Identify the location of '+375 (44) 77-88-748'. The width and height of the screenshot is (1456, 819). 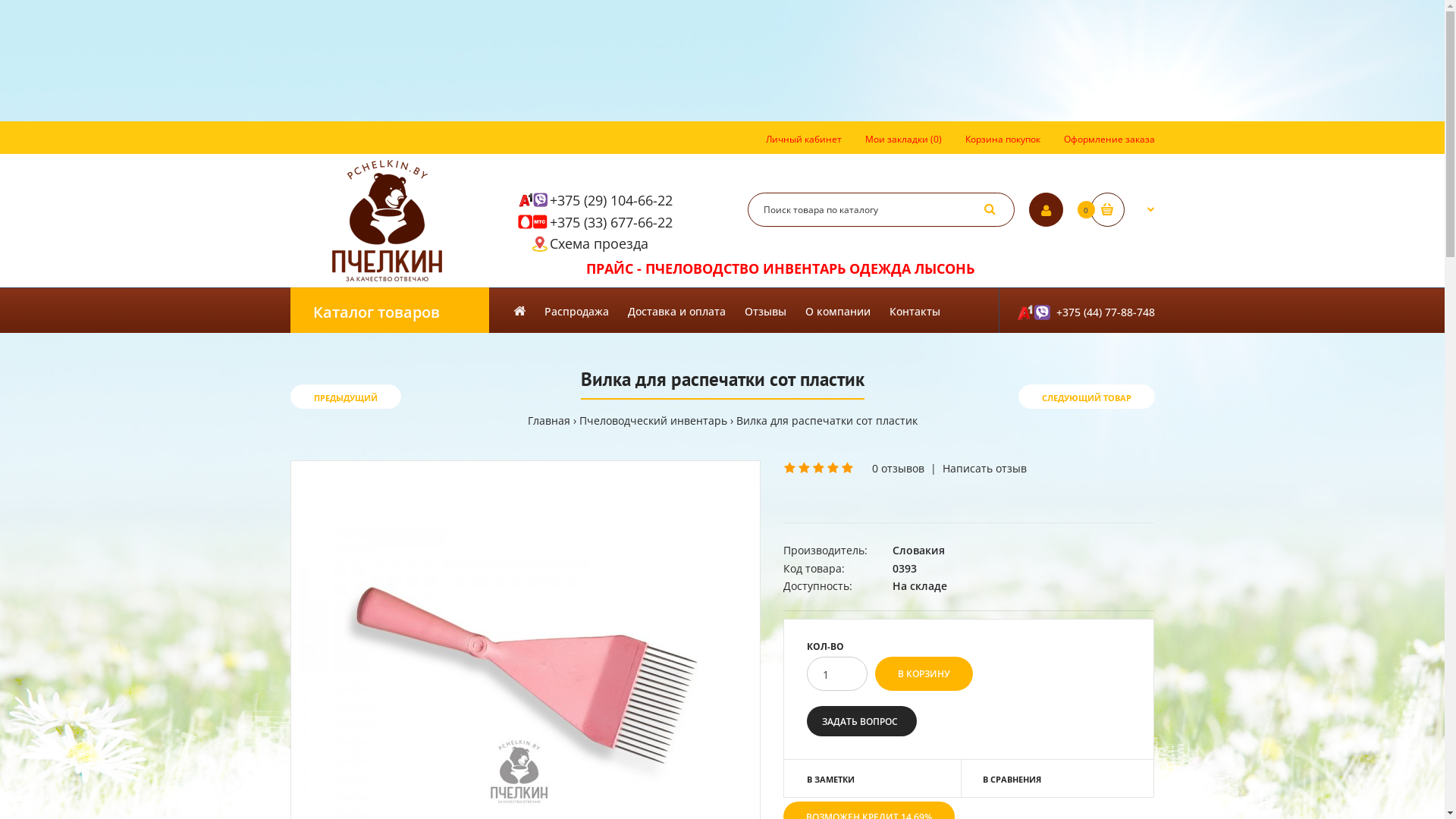
(1075, 309).